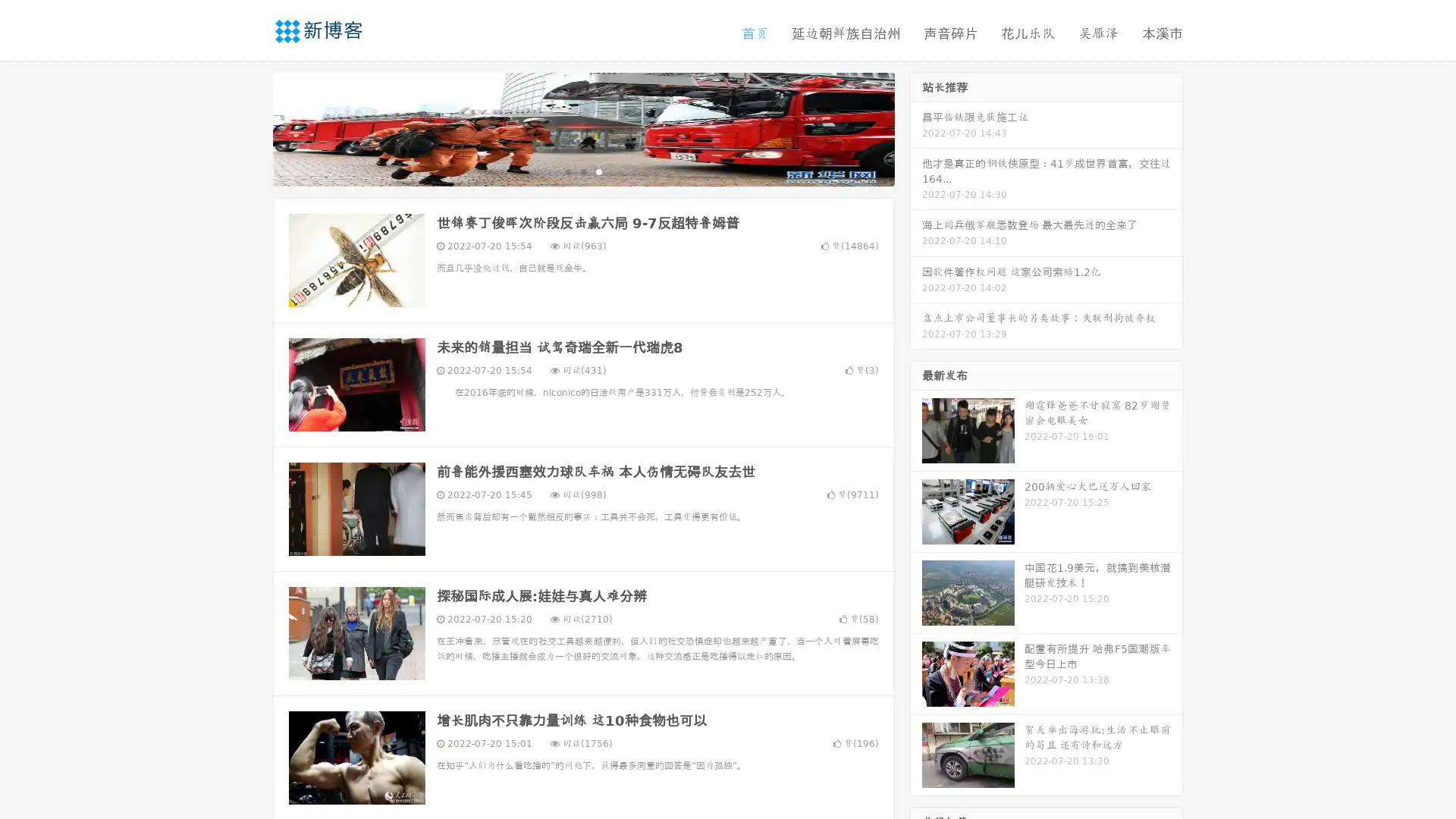 The image size is (1456, 819). I want to click on Go to slide 1, so click(567, 171).